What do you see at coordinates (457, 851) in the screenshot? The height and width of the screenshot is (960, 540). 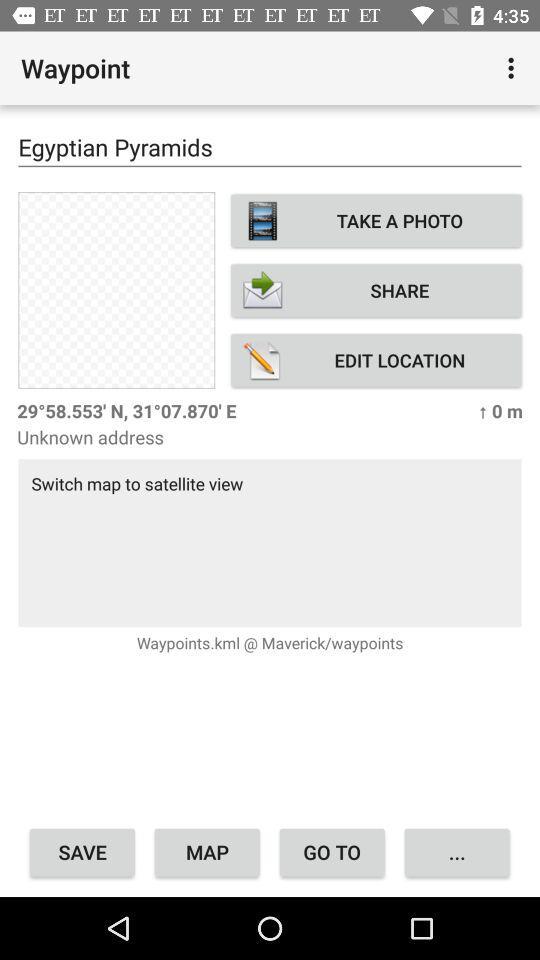 I see `icon below the waypoints kml maverick icon` at bounding box center [457, 851].